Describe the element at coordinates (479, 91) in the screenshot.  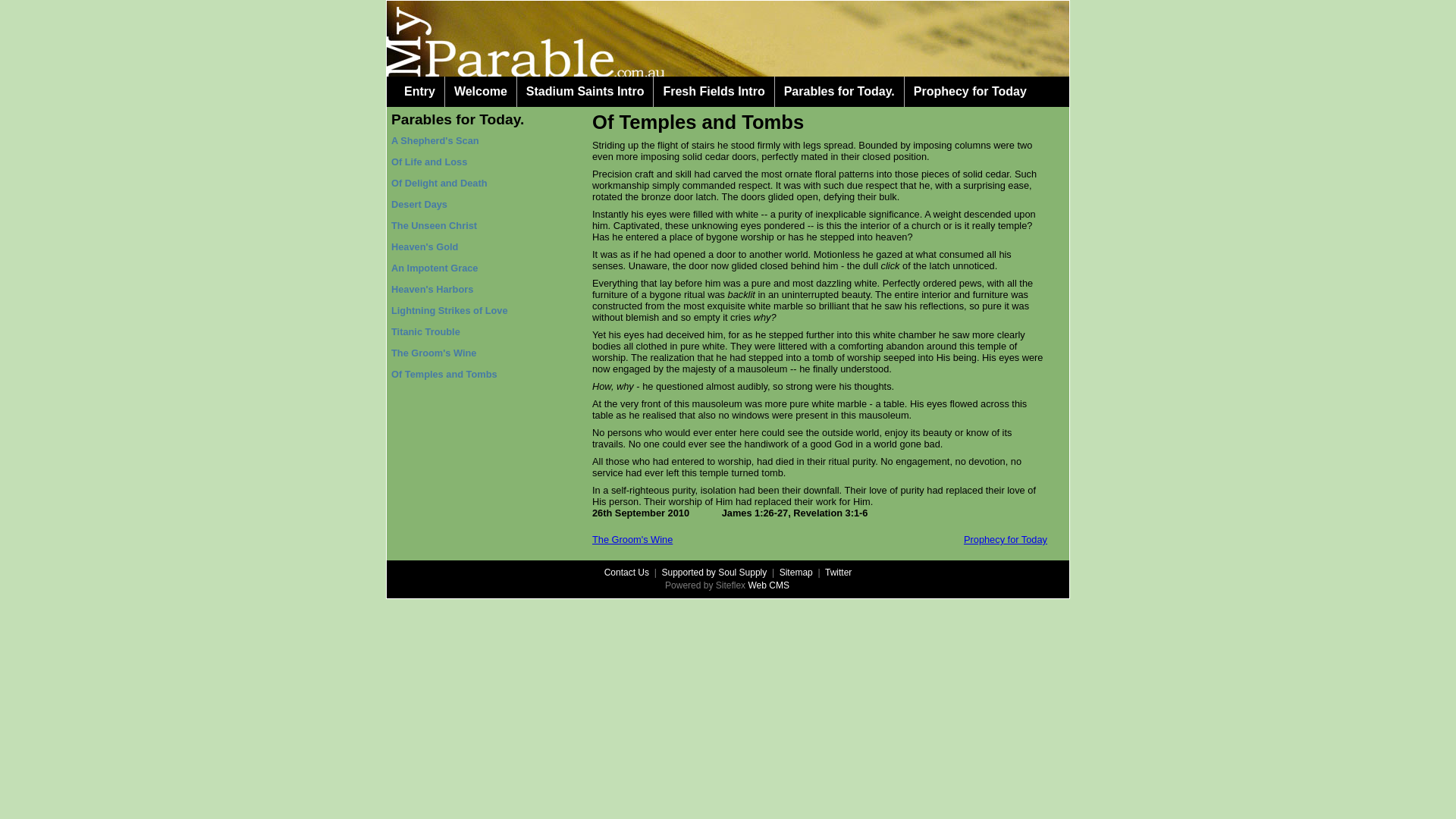
I see `'Welcome'` at that location.